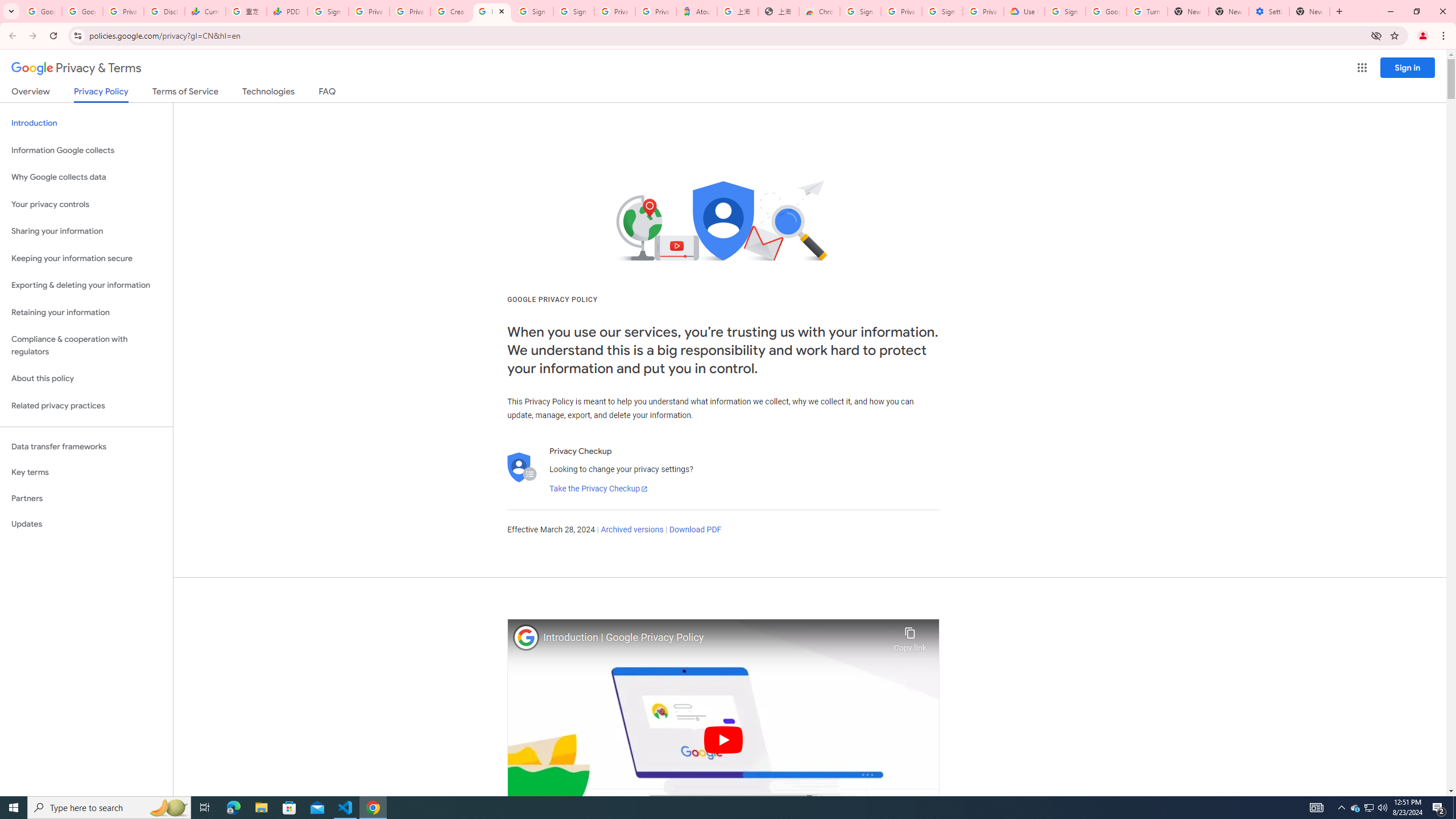  What do you see at coordinates (1106, 11) in the screenshot?
I see `'Google Account Help'` at bounding box center [1106, 11].